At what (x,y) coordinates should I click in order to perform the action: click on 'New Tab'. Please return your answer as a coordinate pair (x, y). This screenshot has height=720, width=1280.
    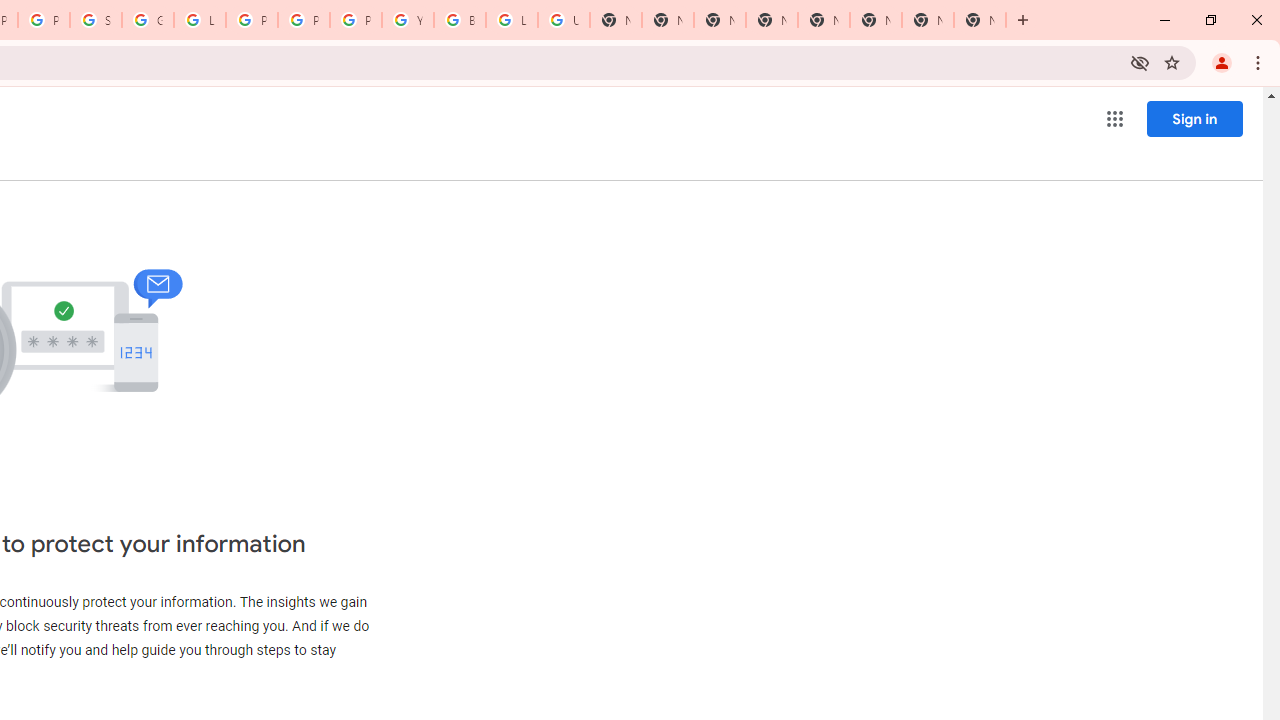
    Looking at the image, I should click on (979, 20).